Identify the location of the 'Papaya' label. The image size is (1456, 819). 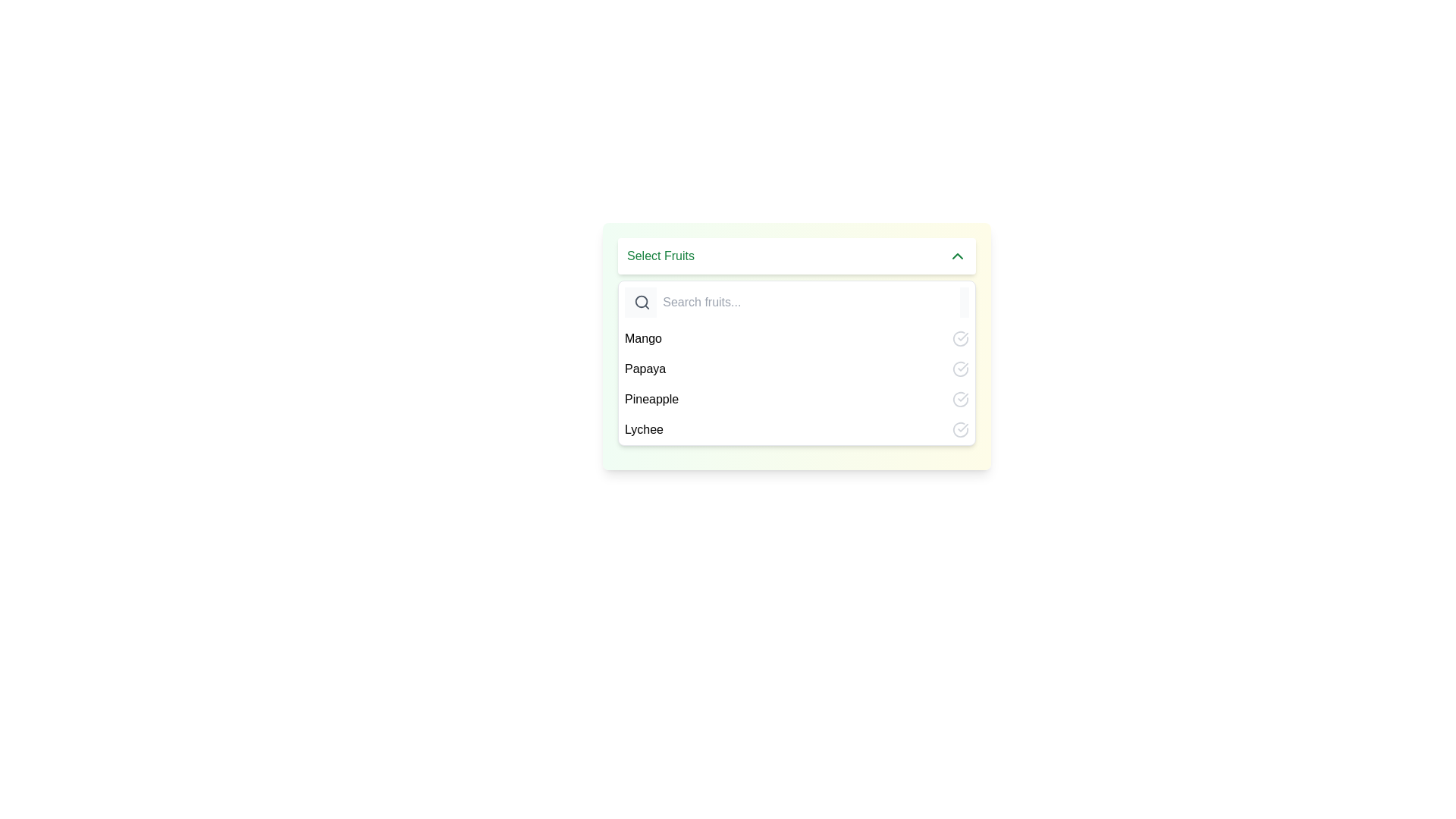
(645, 369).